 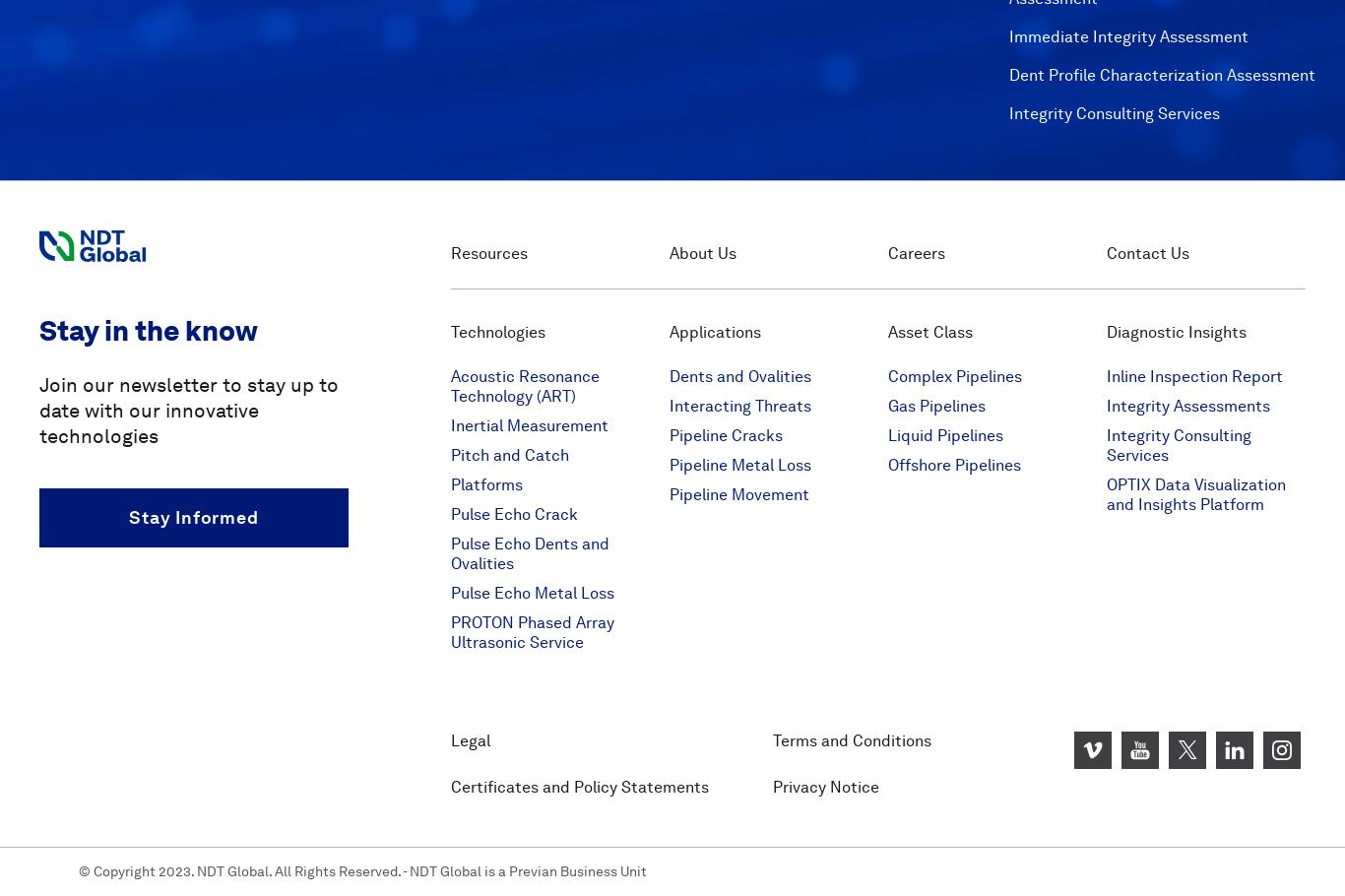 I want to click on 'Dent Profile Characterization Assessment', so click(x=1161, y=73).